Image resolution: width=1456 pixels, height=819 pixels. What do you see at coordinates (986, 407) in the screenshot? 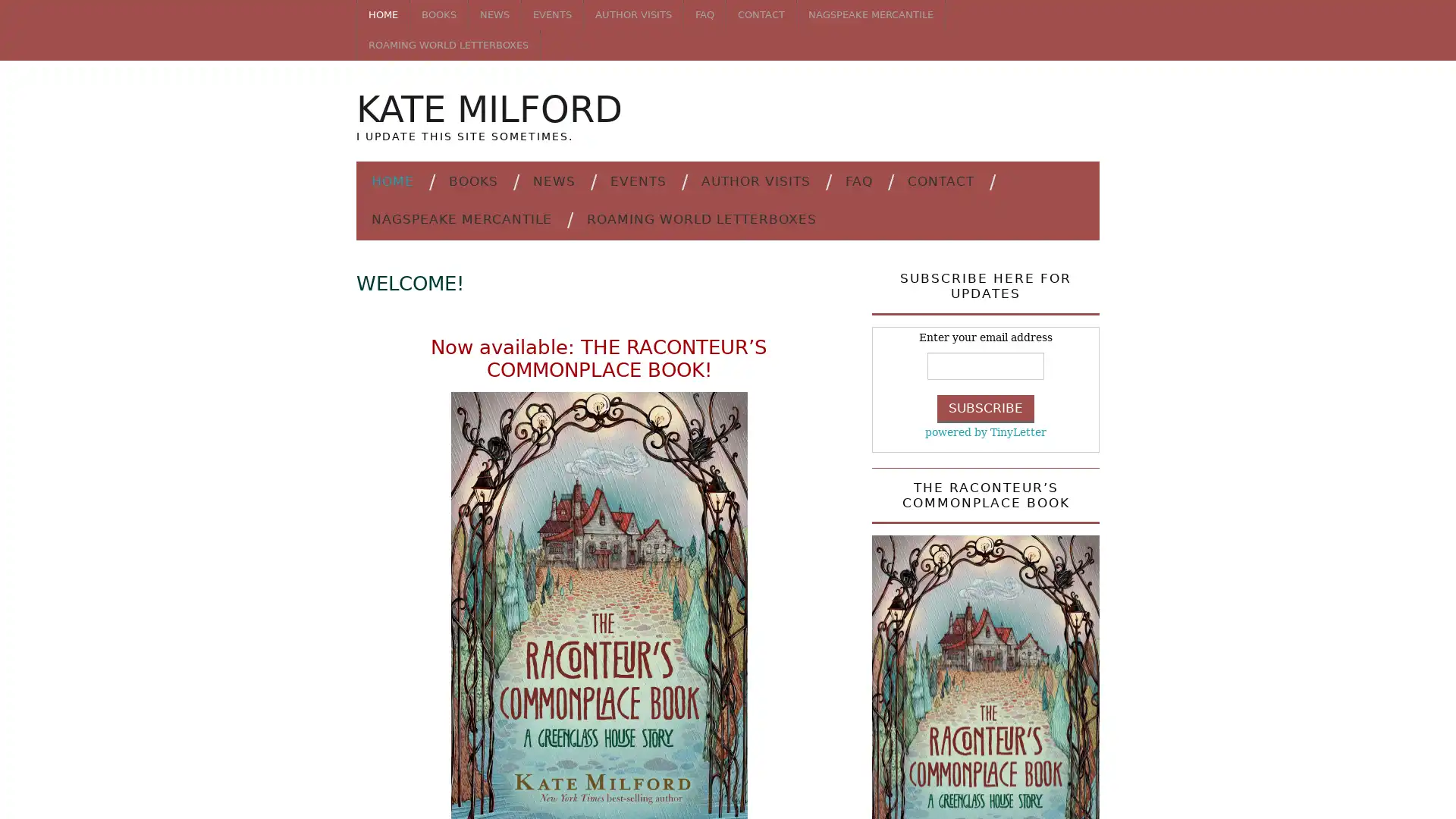
I see `Subscribe` at bounding box center [986, 407].